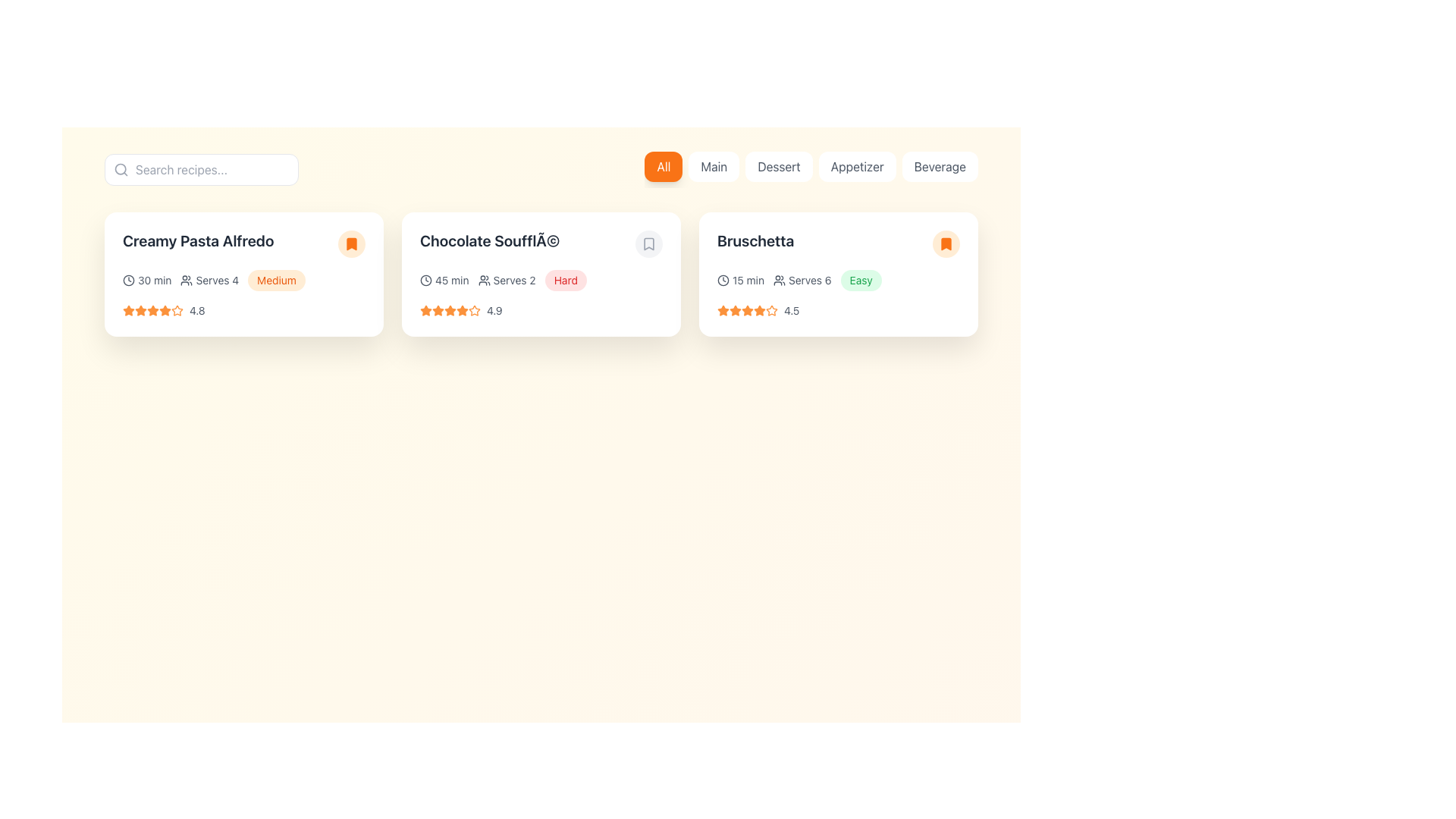 Image resolution: width=1456 pixels, height=819 pixels. What do you see at coordinates (723, 309) in the screenshot?
I see `the first star icon in the rating system located near the 'Bruschetta' recipe card at the bottom left corner` at bounding box center [723, 309].